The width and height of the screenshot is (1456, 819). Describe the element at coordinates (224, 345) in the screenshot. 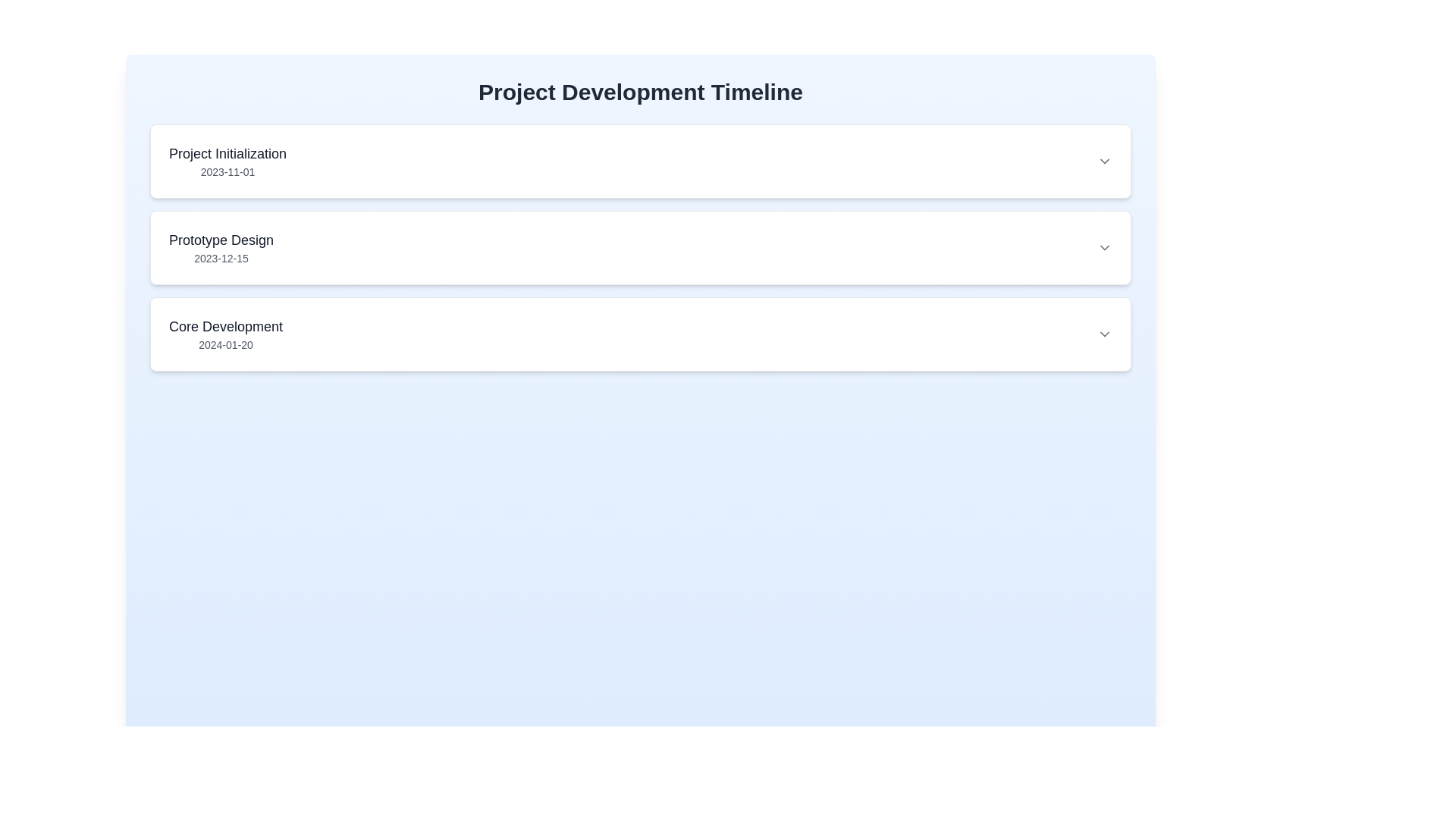

I see `the static text displaying the date '2024-01-20' in dark gray color, located below the title 'Core Development' on the 'Core Development' card` at that location.